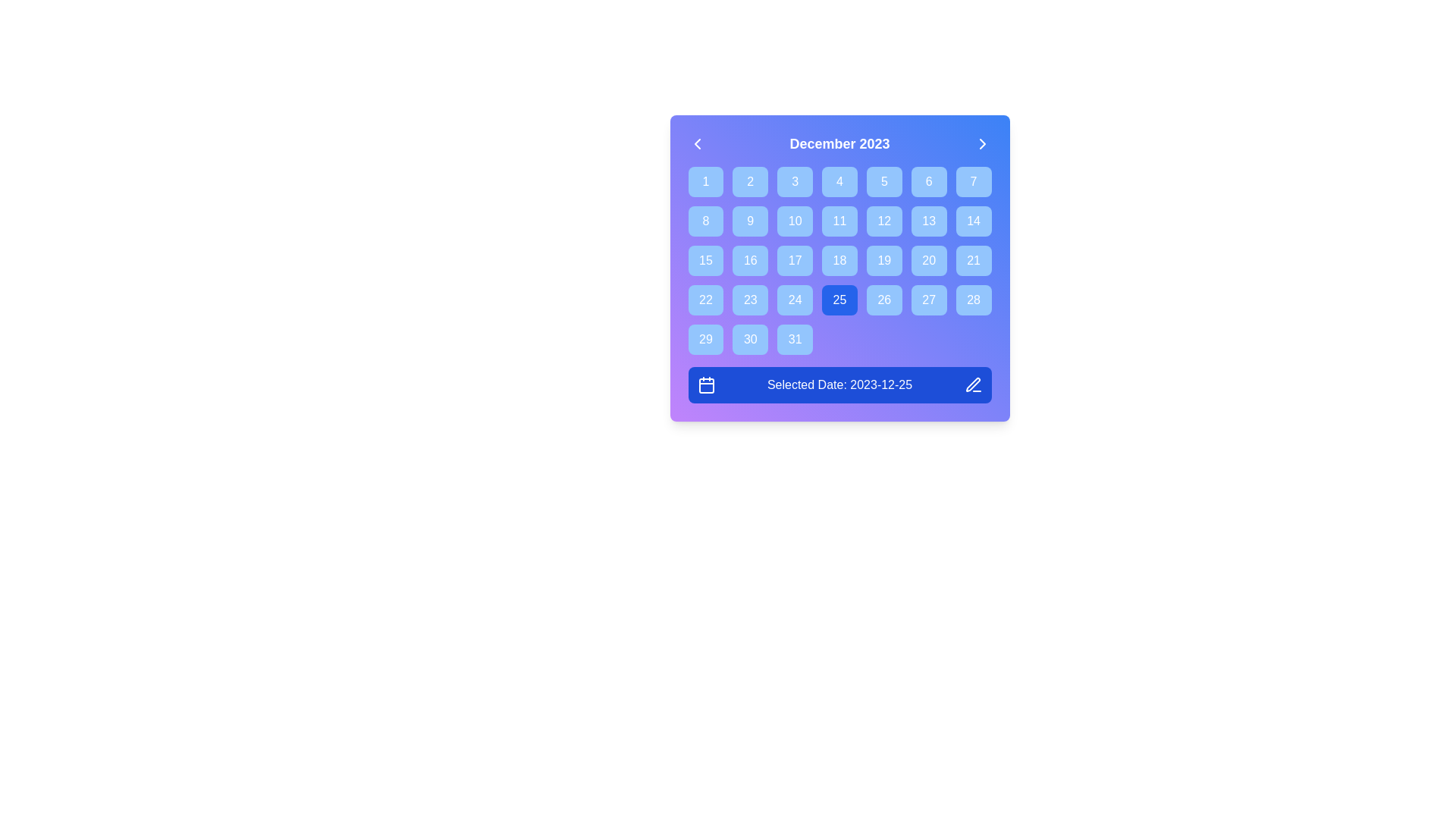 This screenshot has width=1456, height=819. What do you see at coordinates (974, 180) in the screenshot?
I see `the rounded square button with a light blue background containing the white number '7', which is the seventh item in the first row of a 7-column grid layout` at bounding box center [974, 180].